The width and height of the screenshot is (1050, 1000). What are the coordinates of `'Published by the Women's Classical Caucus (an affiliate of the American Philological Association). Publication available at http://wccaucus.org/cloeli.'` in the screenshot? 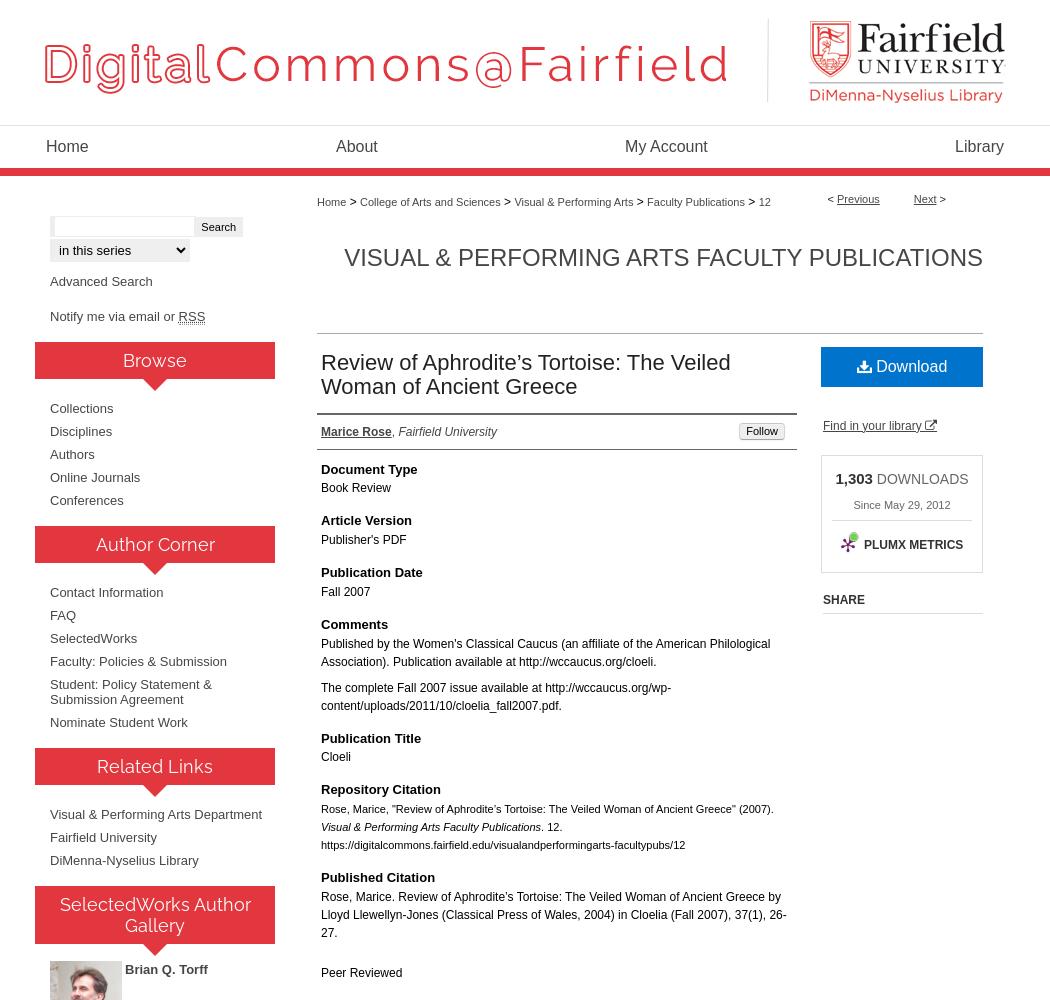 It's located at (545, 652).